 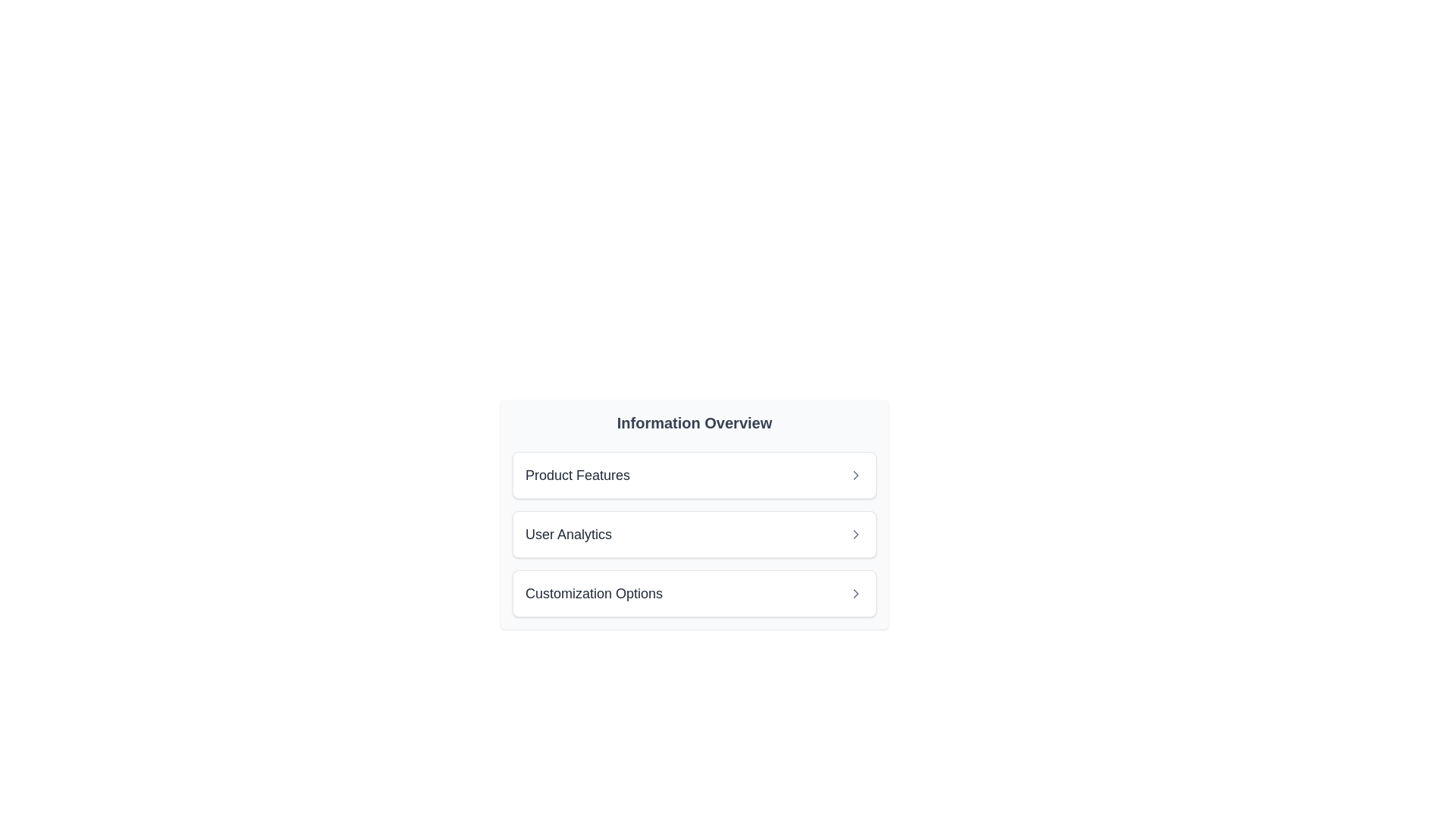 I want to click on the chevron icon located in the 'Customization Options' row, which is positioned at the far right and indicates expandable options, so click(x=855, y=593).